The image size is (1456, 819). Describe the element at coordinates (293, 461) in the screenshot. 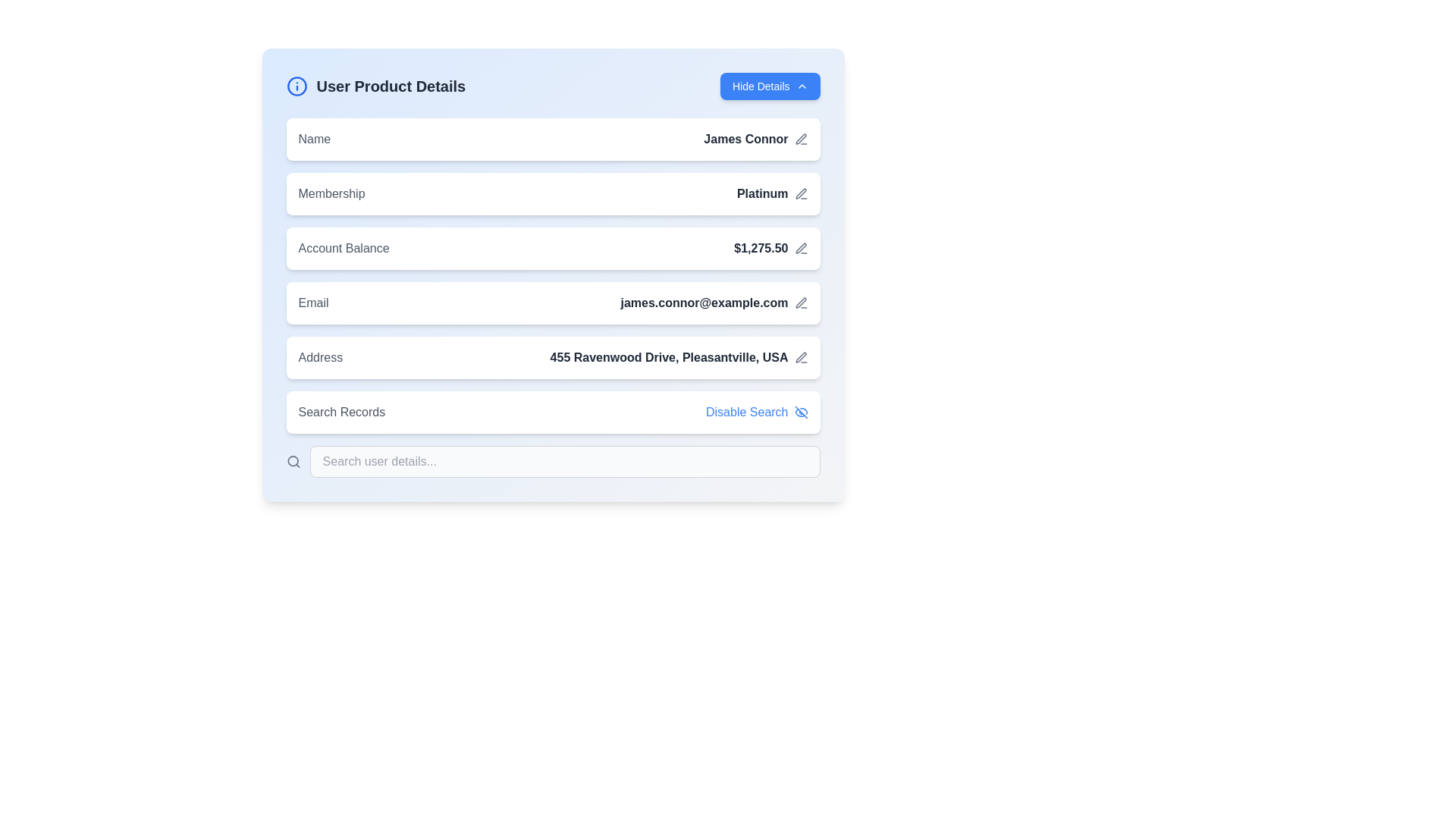

I see `the search icon located to the immediate left of the 'Search user details...' input field, which serves as a decorative indicator for the search function` at that location.